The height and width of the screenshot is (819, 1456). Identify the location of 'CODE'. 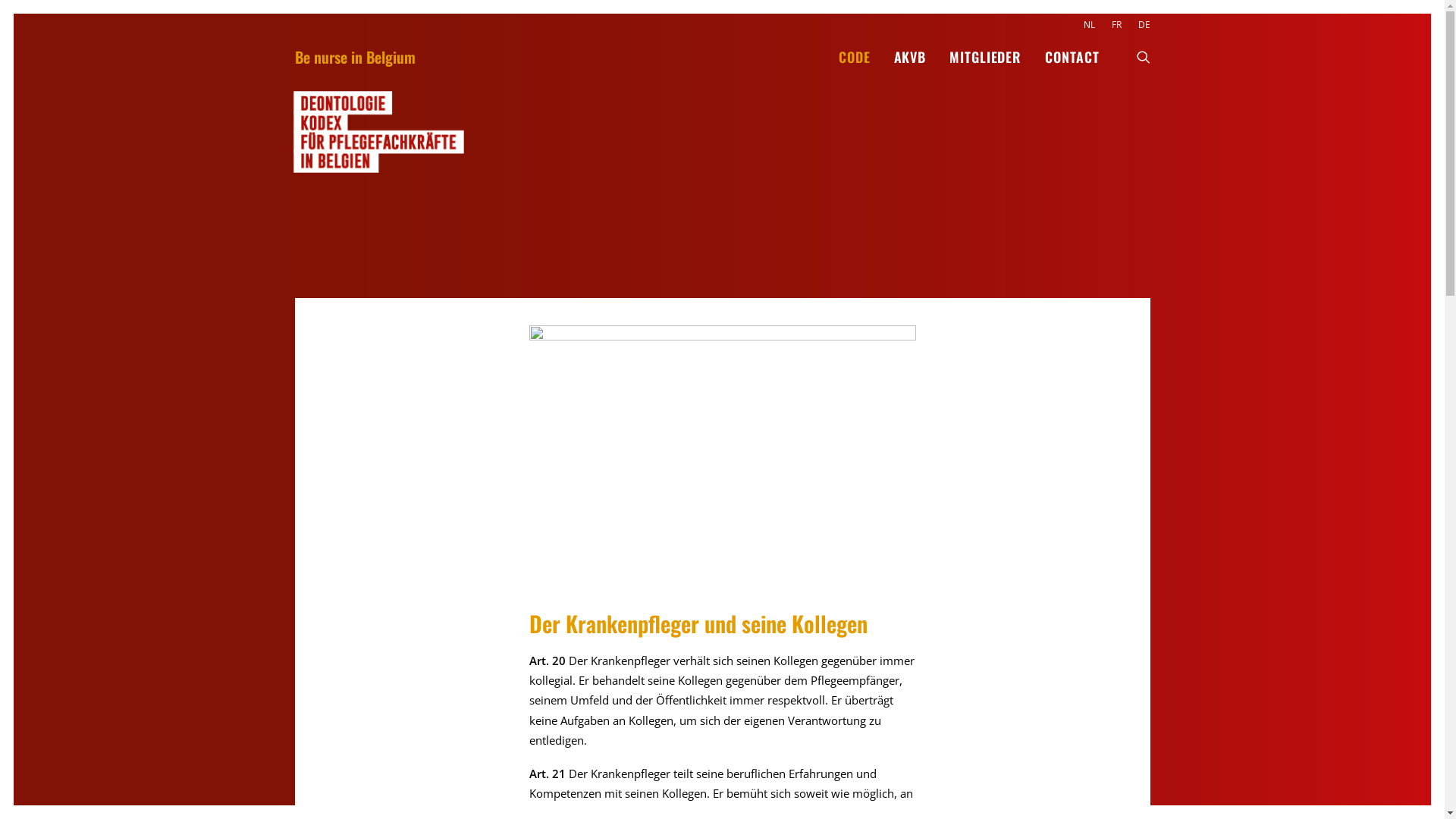
(855, 55).